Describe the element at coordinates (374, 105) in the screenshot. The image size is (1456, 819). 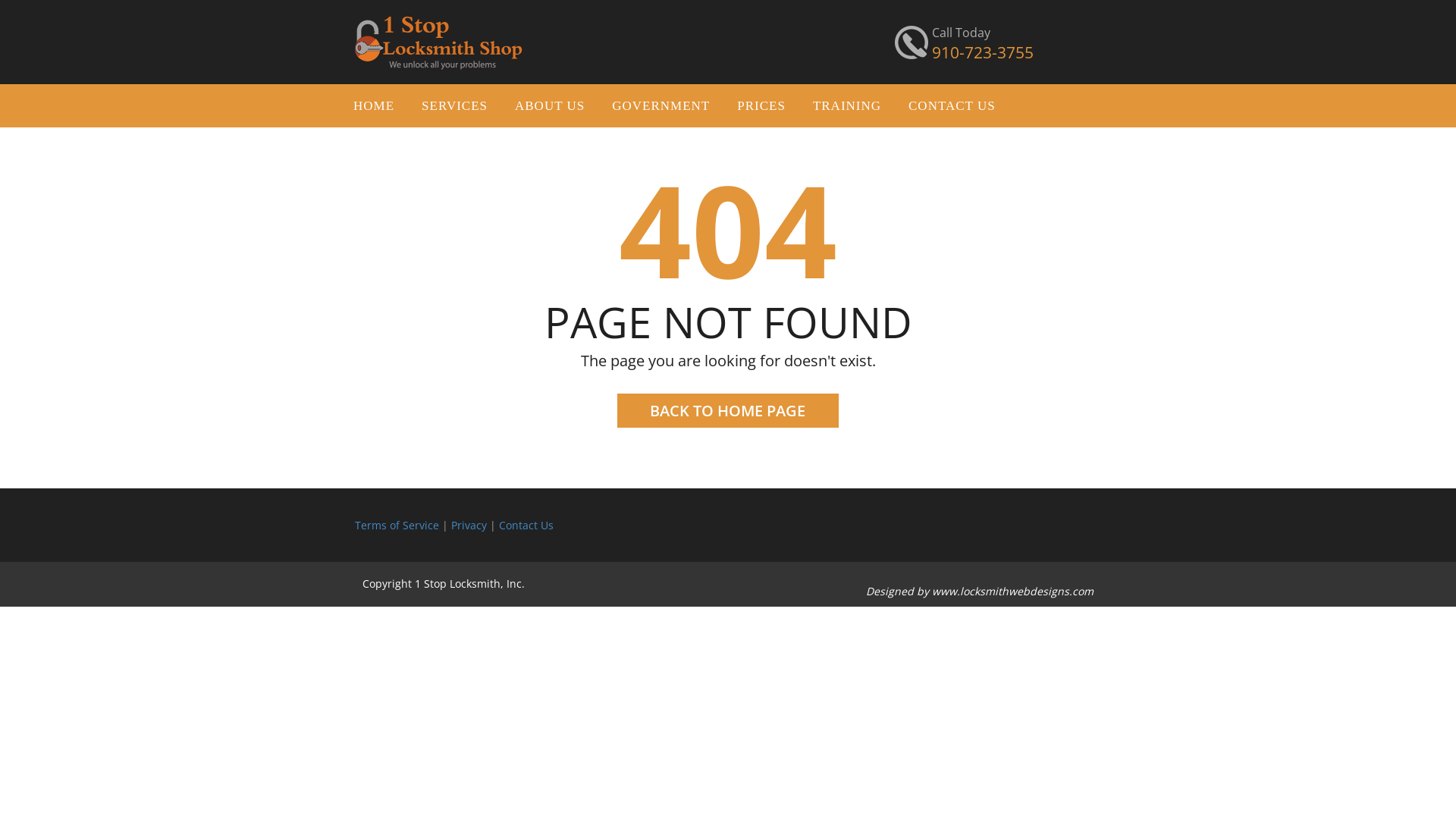
I see `'HOME'` at that location.